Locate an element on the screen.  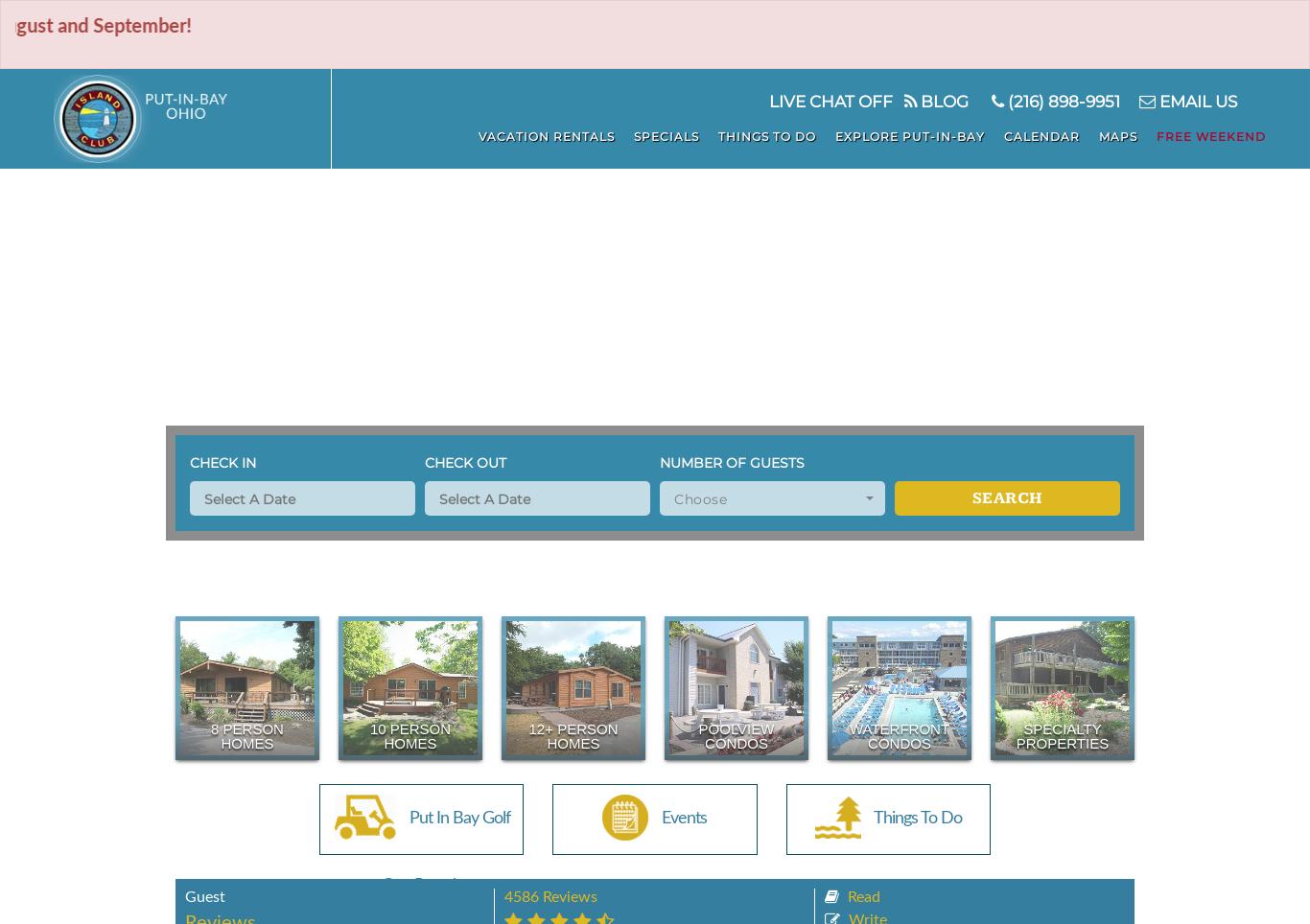
'Put In Bay Golf Cart Rentals' is located at coordinates (445, 851).